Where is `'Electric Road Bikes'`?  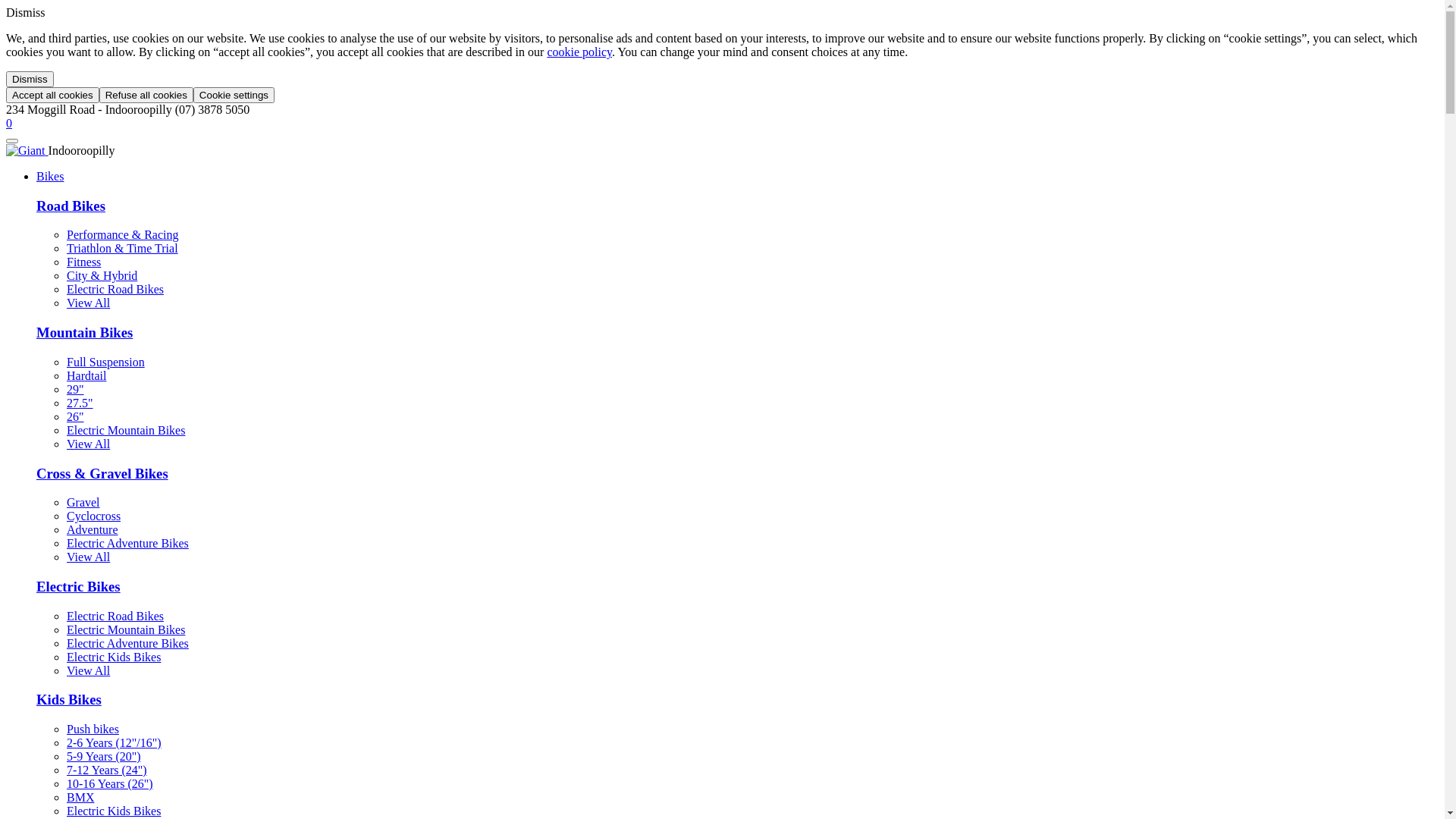
'Electric Road Bikes' is located at coordinates (115, 289).